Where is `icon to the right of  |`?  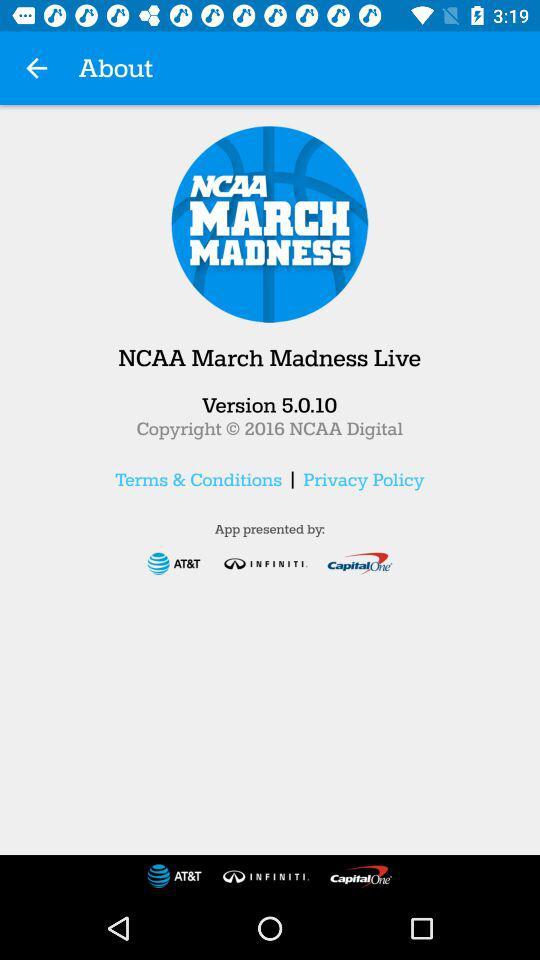 icon to the right of  | is located at coordinates (362, 479).